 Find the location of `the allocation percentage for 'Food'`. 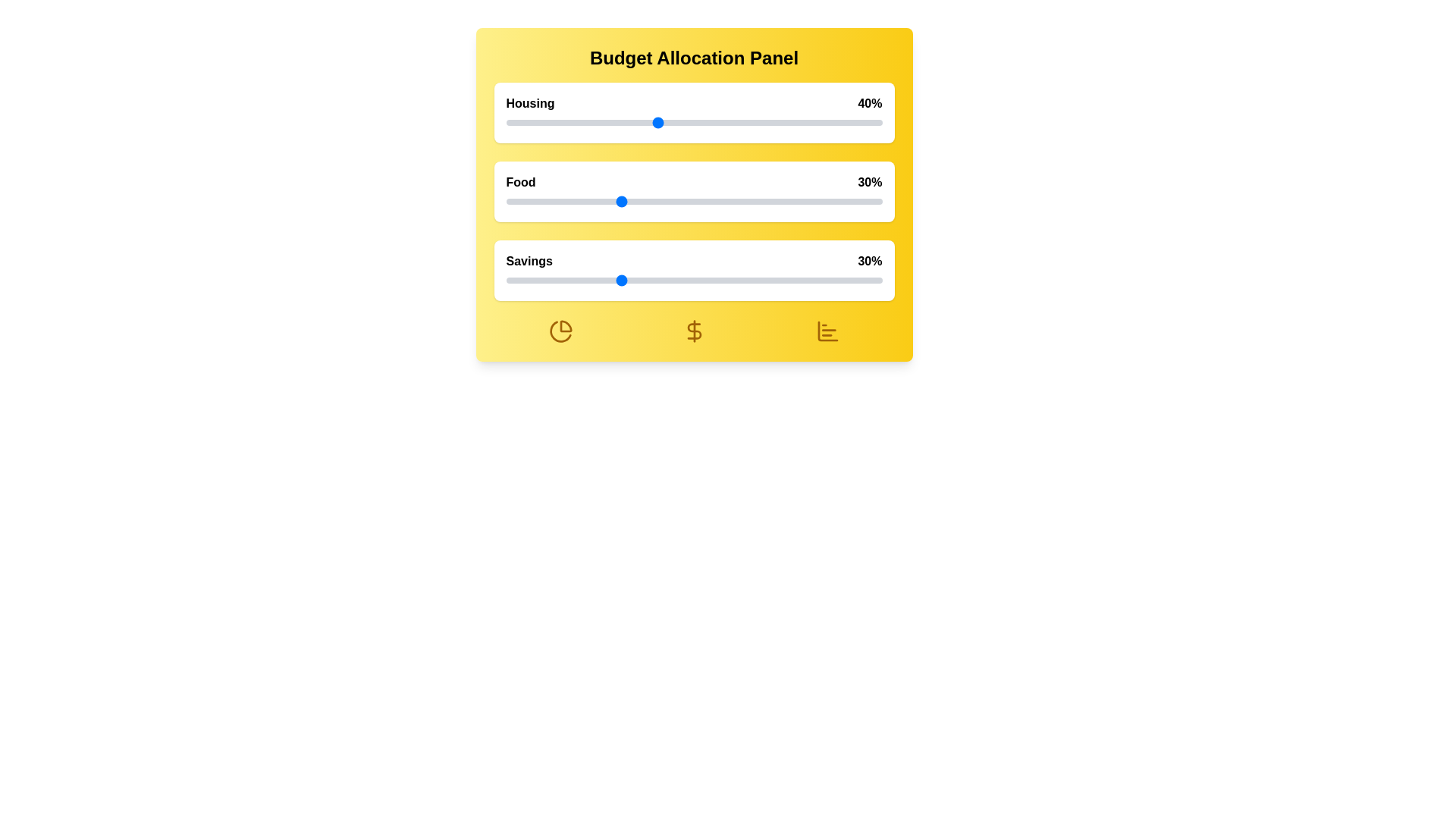

the allocation percentage for 'Food' is located at coordinates (554, 201).